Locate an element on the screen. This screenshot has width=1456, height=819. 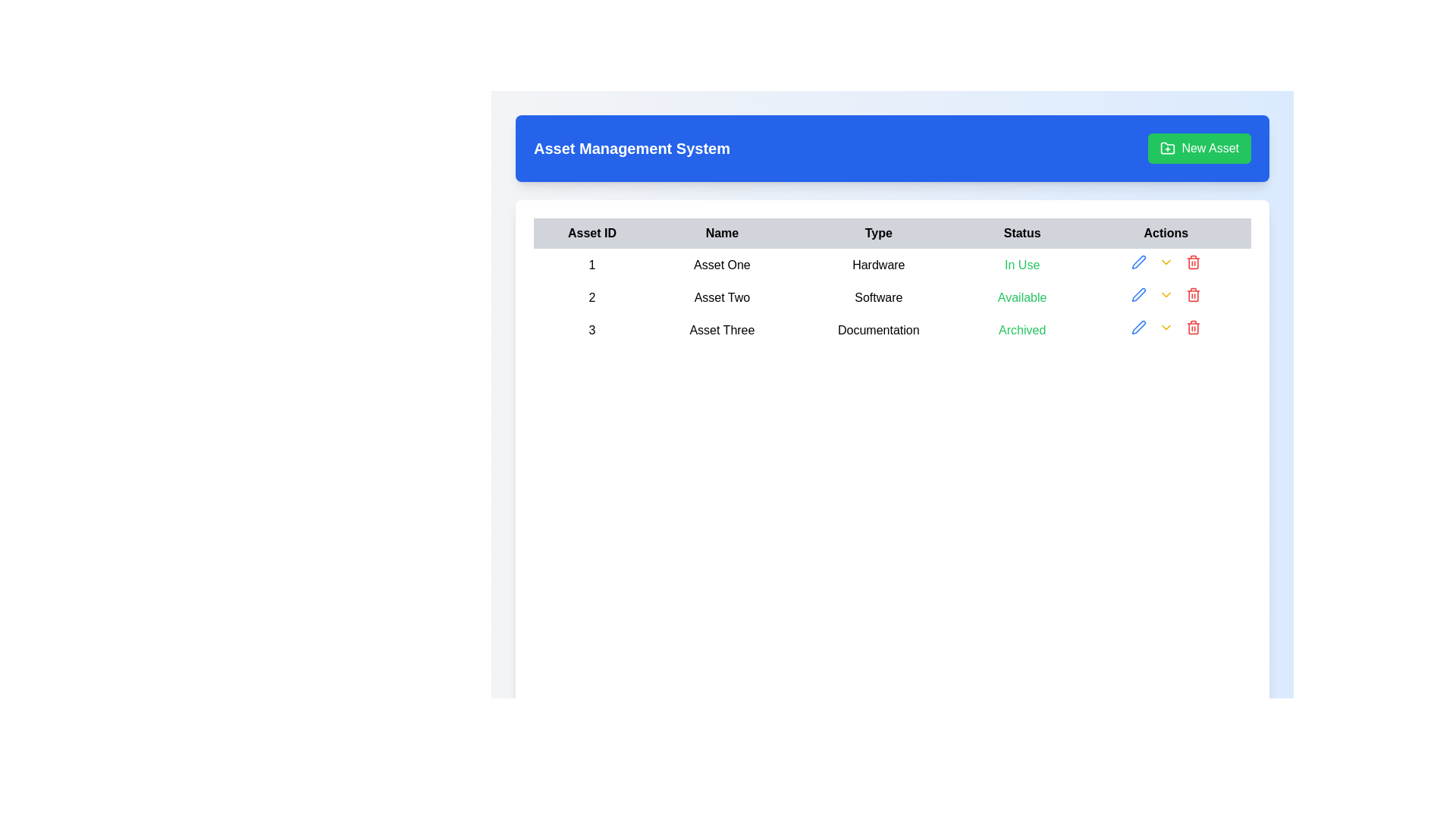
the 'Status' text label in the header row of the table, which is styled with padding and set against a gray background, positioned between 'Type' and 'Actions' is located at coordinates (1022, 234).